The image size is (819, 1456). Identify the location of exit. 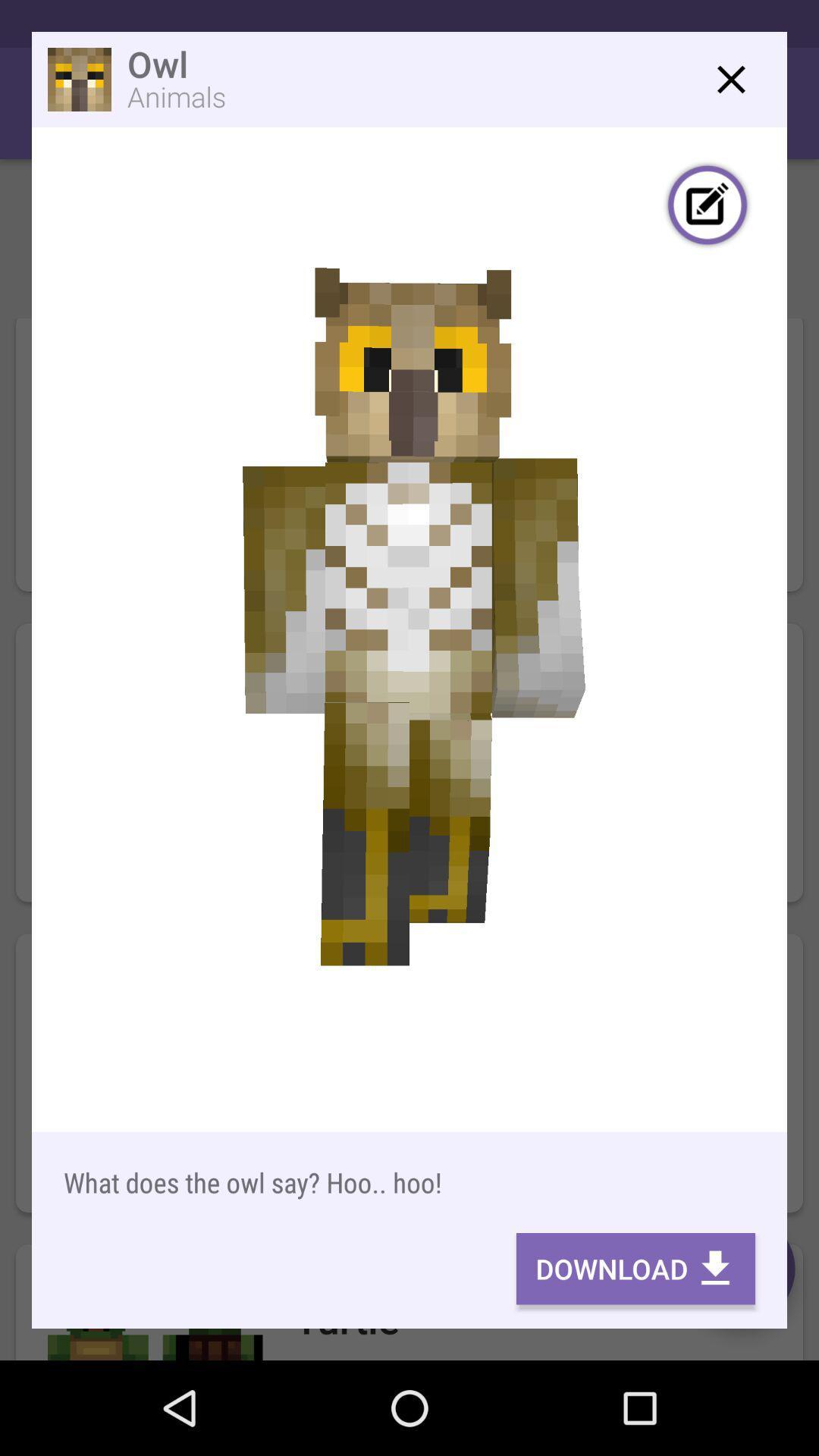
(730, 79).